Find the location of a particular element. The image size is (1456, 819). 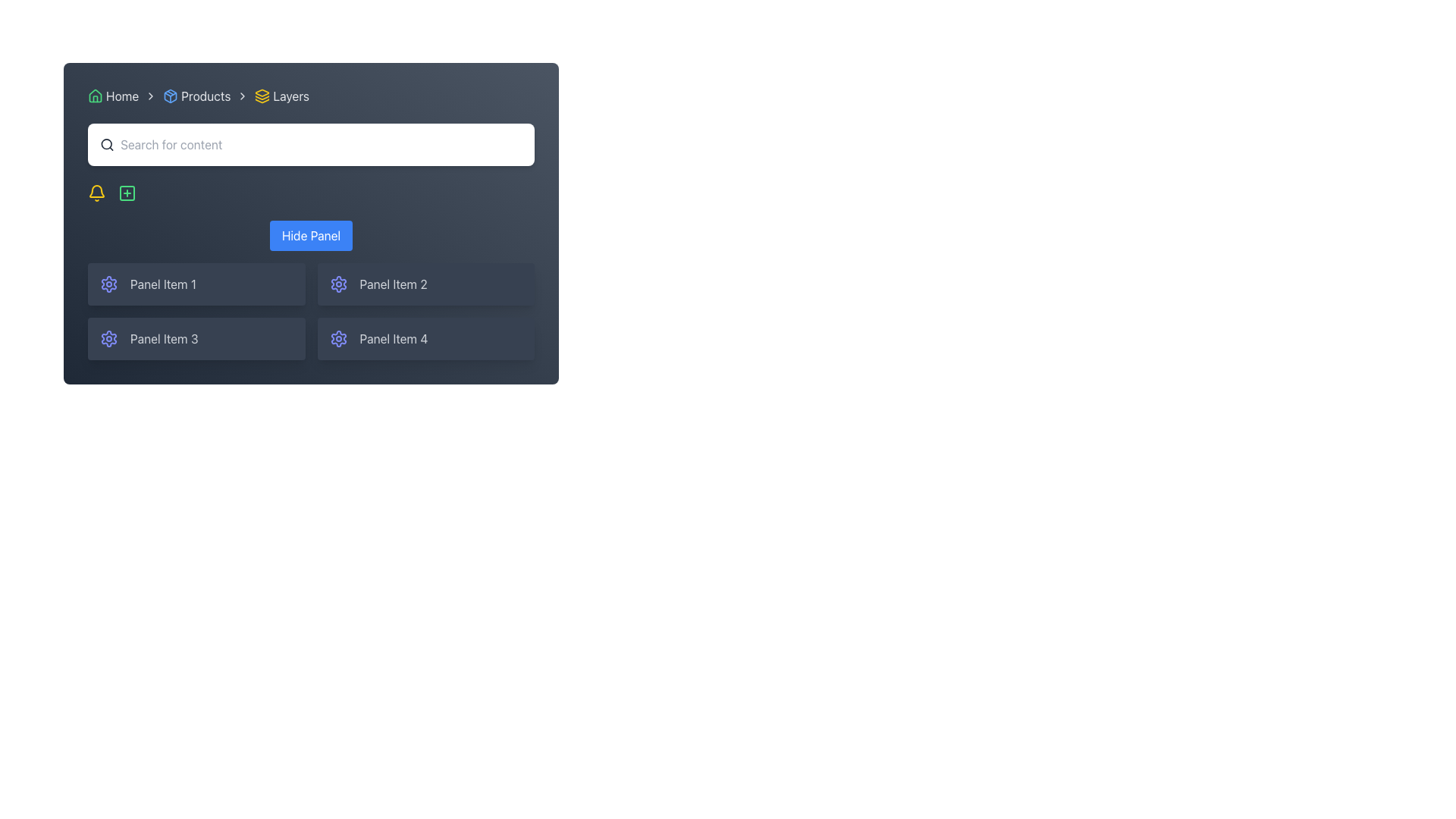

the blue package box icon located in the breadcrumb navigation bar next to the 'Products' text is located at coordinates (171, 96).